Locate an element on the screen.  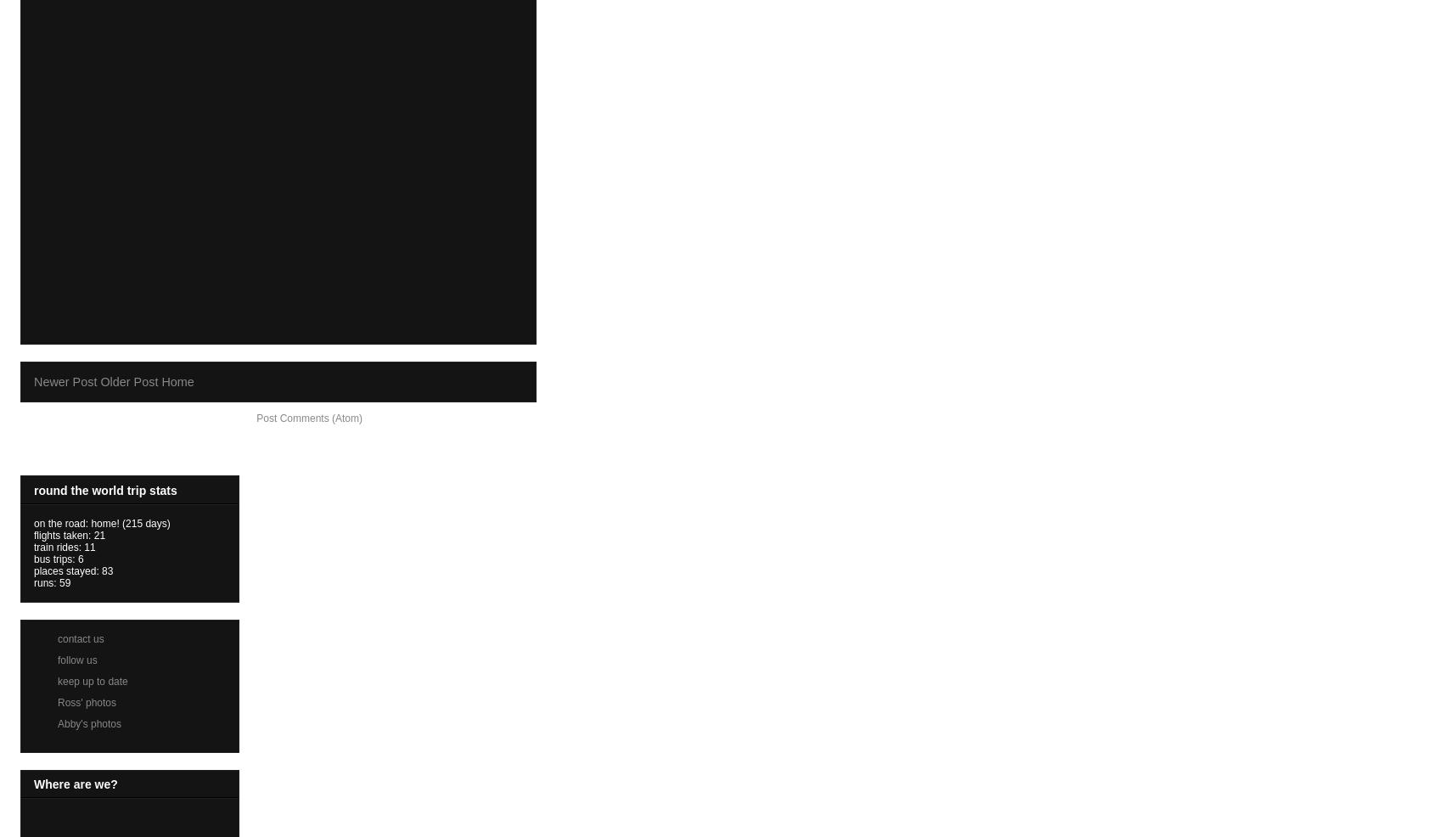
'Older Post' is located at coordinates (128, 382).